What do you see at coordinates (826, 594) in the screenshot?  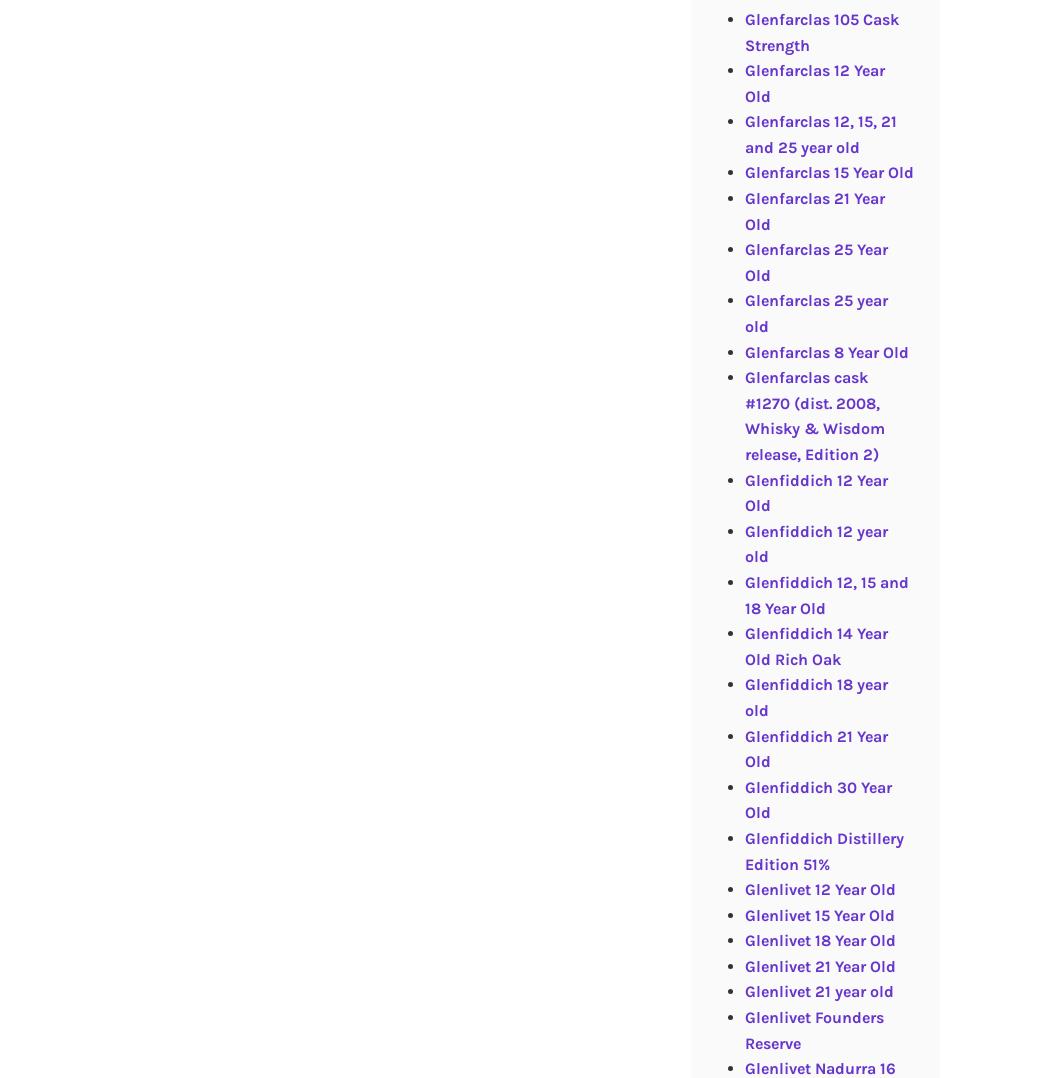 I see `'Glenfiddich 12, 15 and 18 Year Old'` at bounding box center [826, 594].